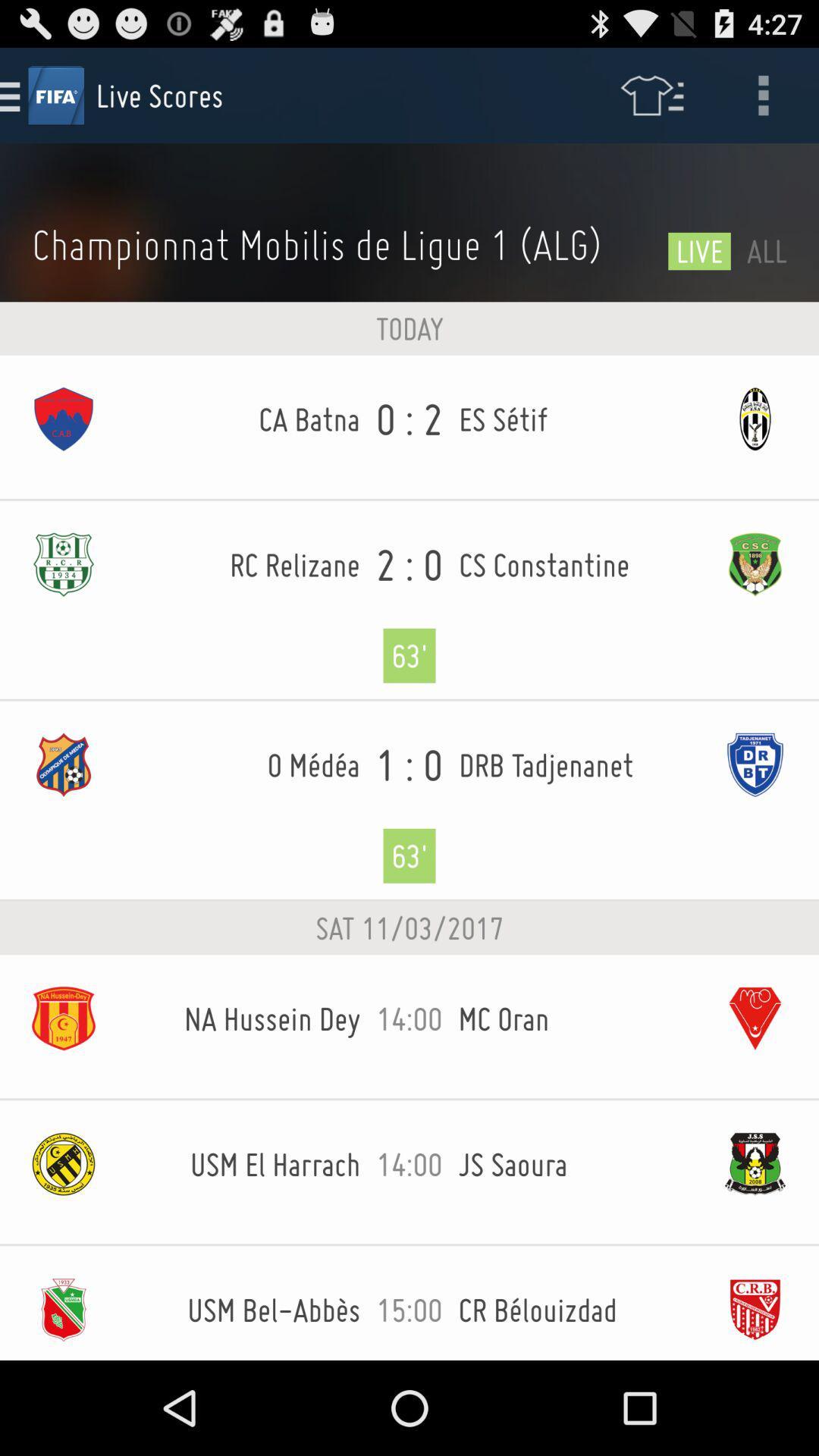  What do you see at coordinates (79, 419) in the screenshot?
I see `the first icon` at bounding box center [79, 419].